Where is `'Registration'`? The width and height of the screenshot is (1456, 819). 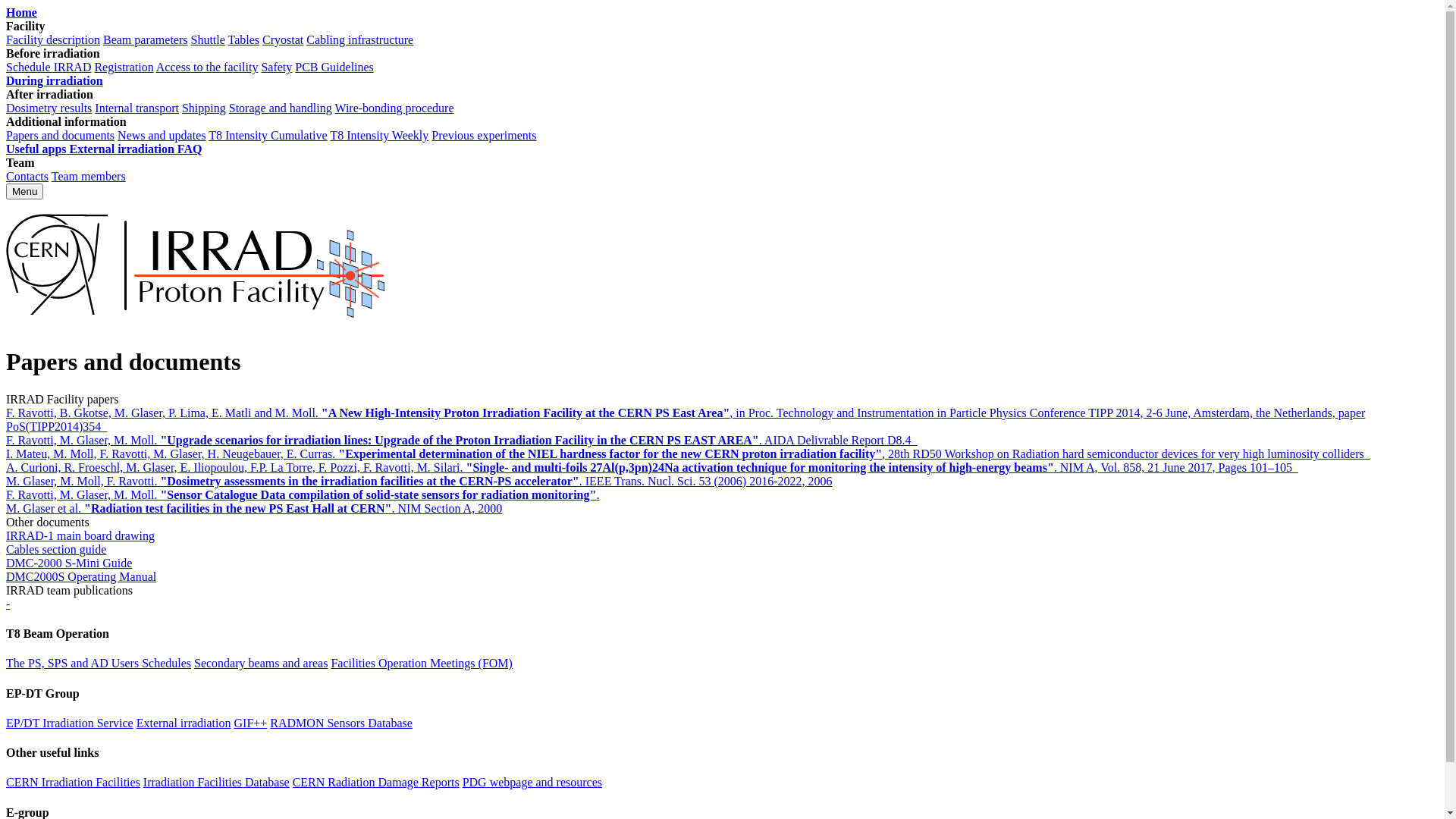
'Registration' is located at coordinates (124, 66).